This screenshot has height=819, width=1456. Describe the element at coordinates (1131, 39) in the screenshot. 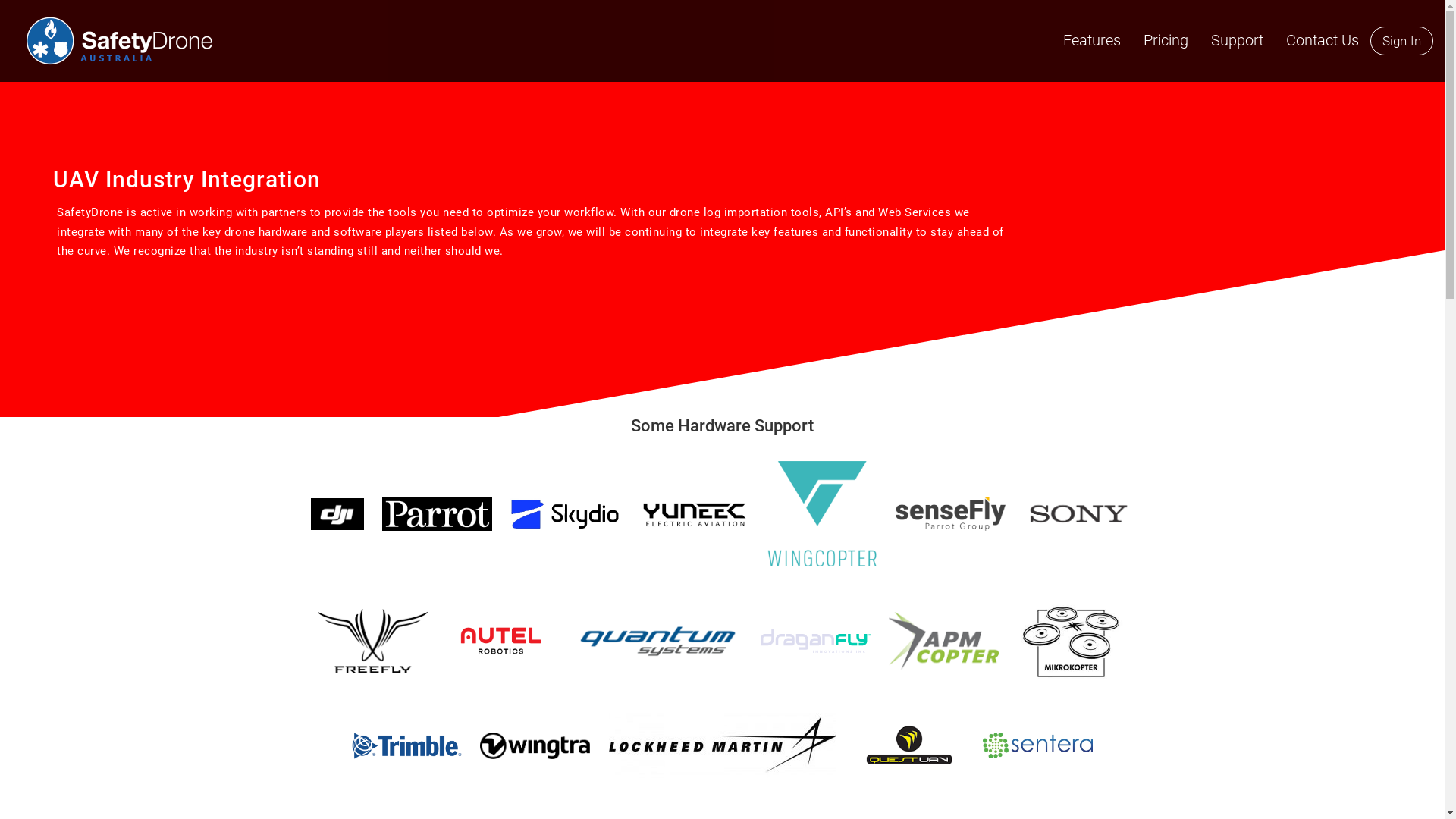

I see `'Pricing'` at that location.